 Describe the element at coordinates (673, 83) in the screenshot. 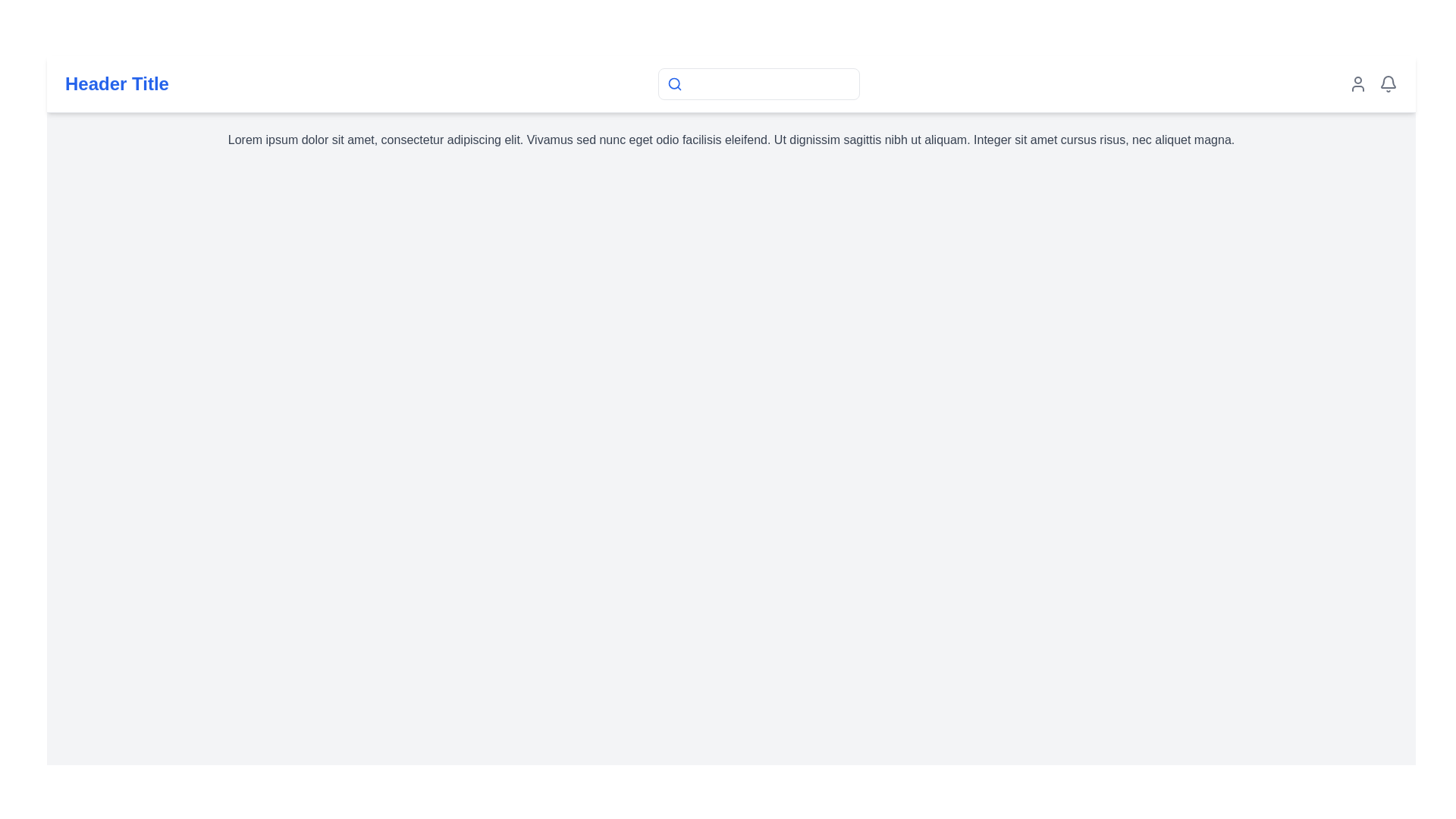

I see `the circular glyph composed of a blue ring with a white center inside the magnifying glass icon located in the header section, to the left of the search input field` at that location.